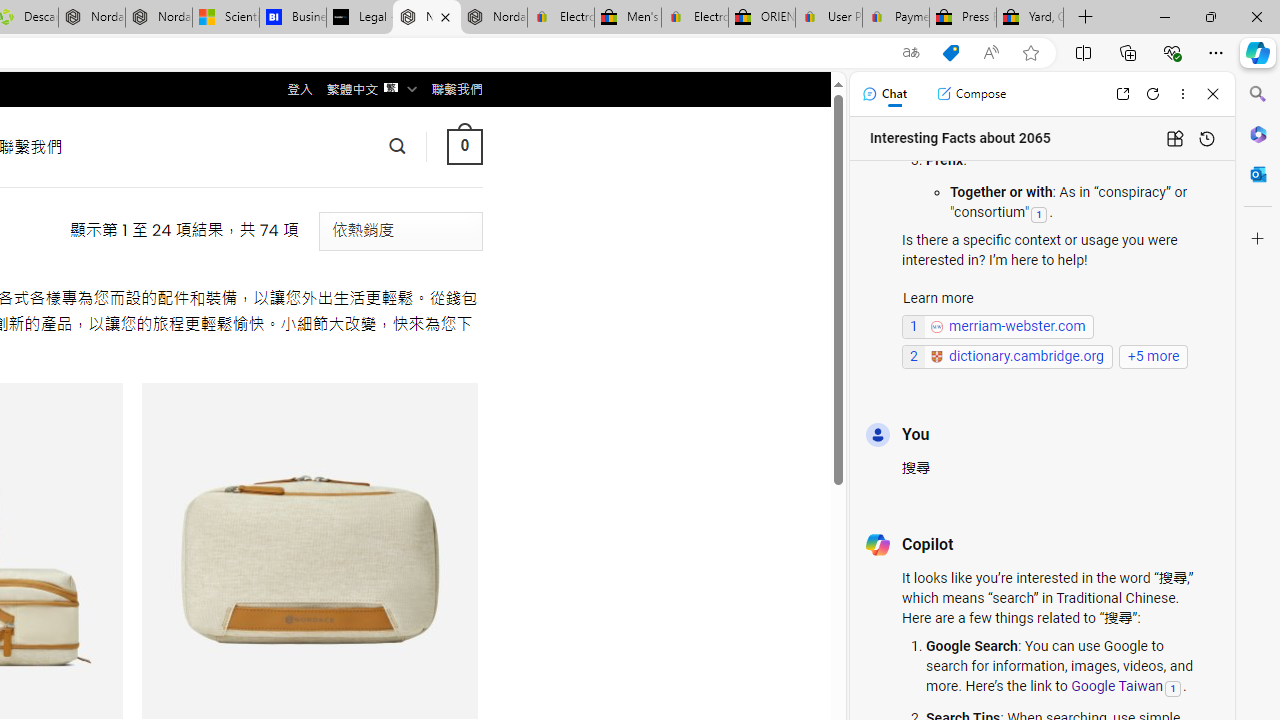 Image resolution: width=1280 pixels, height=720 pixels. What do you see at coordinates (1257, 173) in the screenshot?
I see `'Outlook'` at bounding box center [1257, 173].